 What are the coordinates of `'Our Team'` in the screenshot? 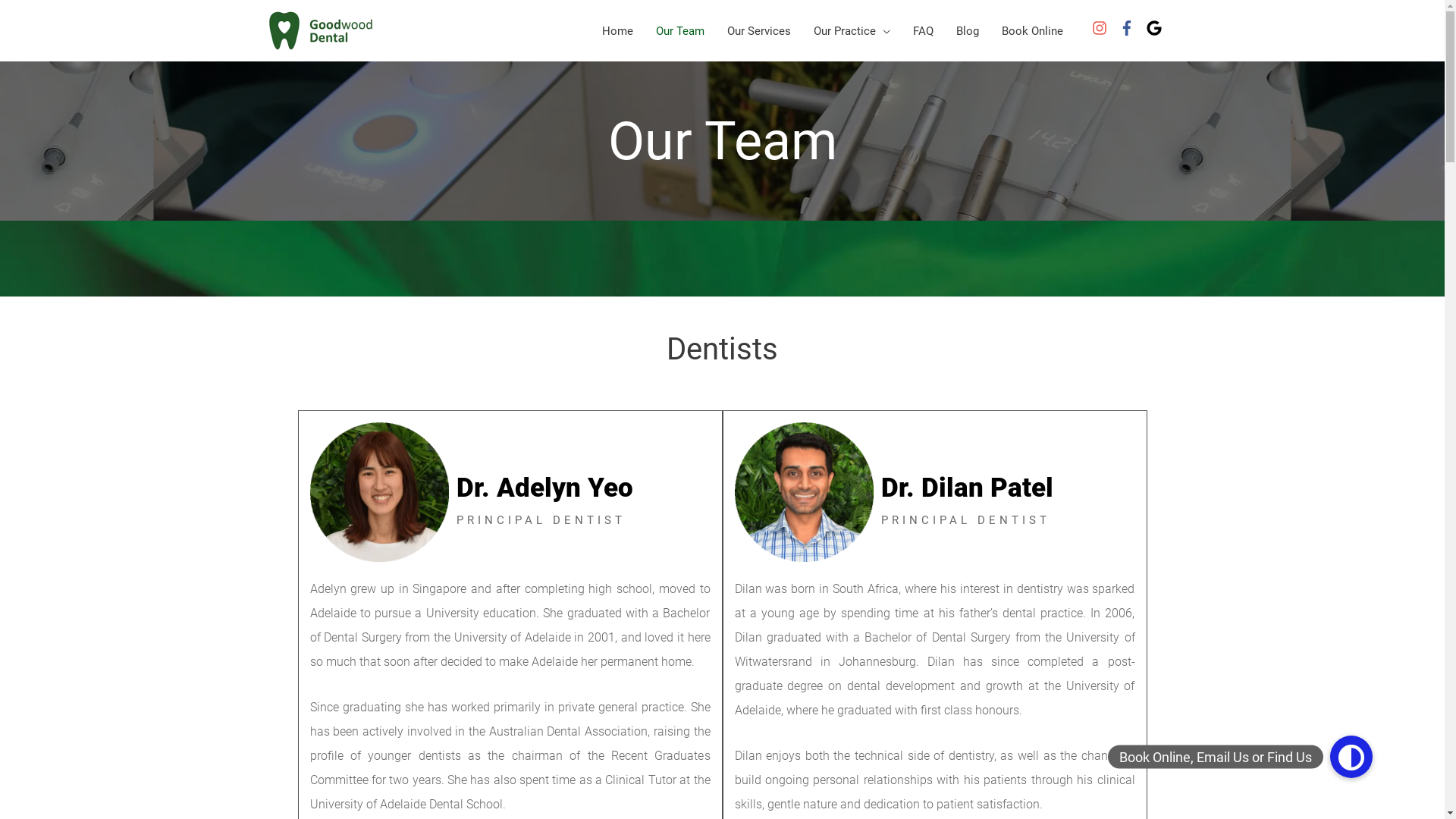 It's located at (644, 30).